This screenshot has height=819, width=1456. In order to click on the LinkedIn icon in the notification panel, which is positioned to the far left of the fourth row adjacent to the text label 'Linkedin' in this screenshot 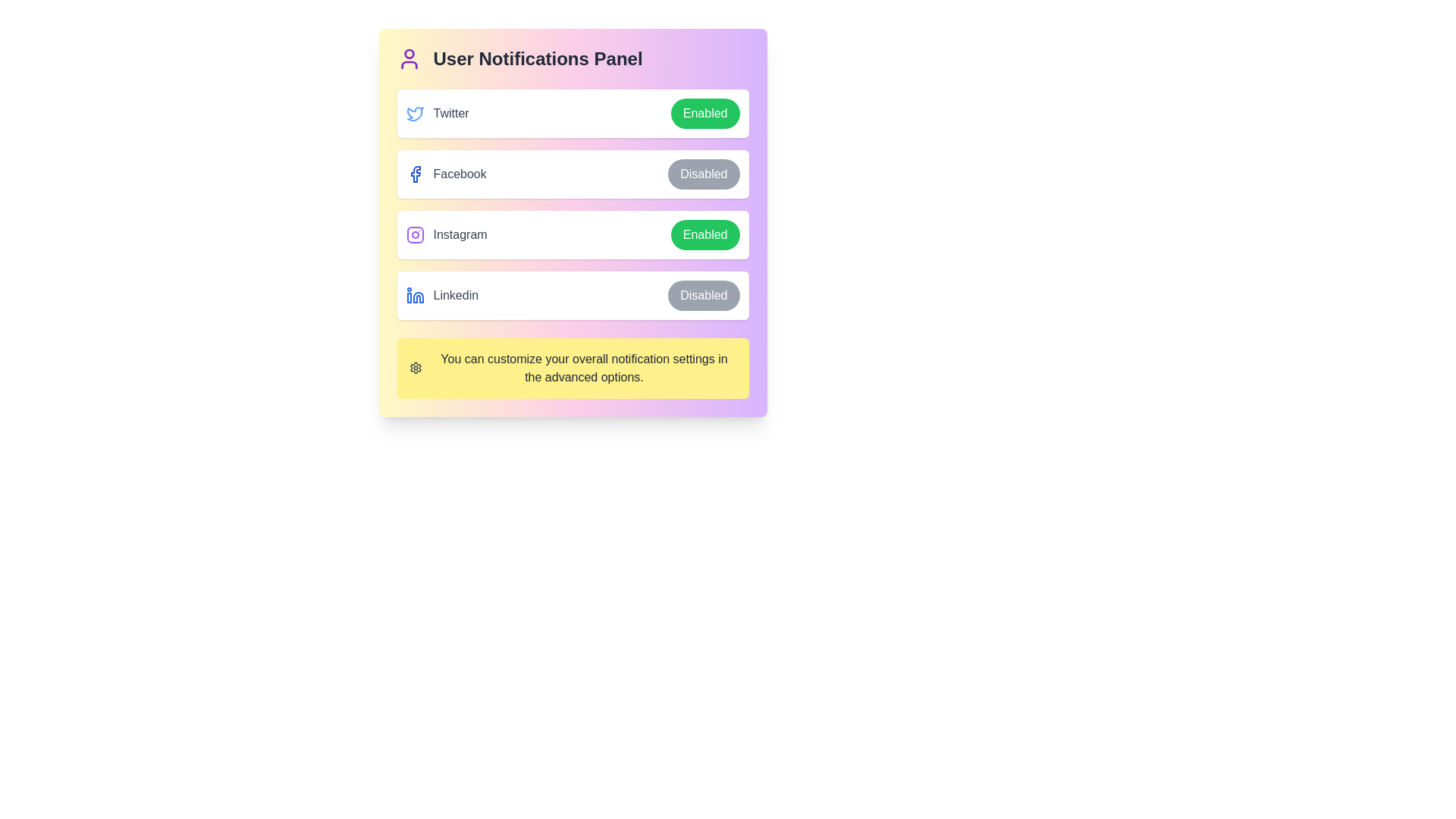, I will do `click(415, 295)`.